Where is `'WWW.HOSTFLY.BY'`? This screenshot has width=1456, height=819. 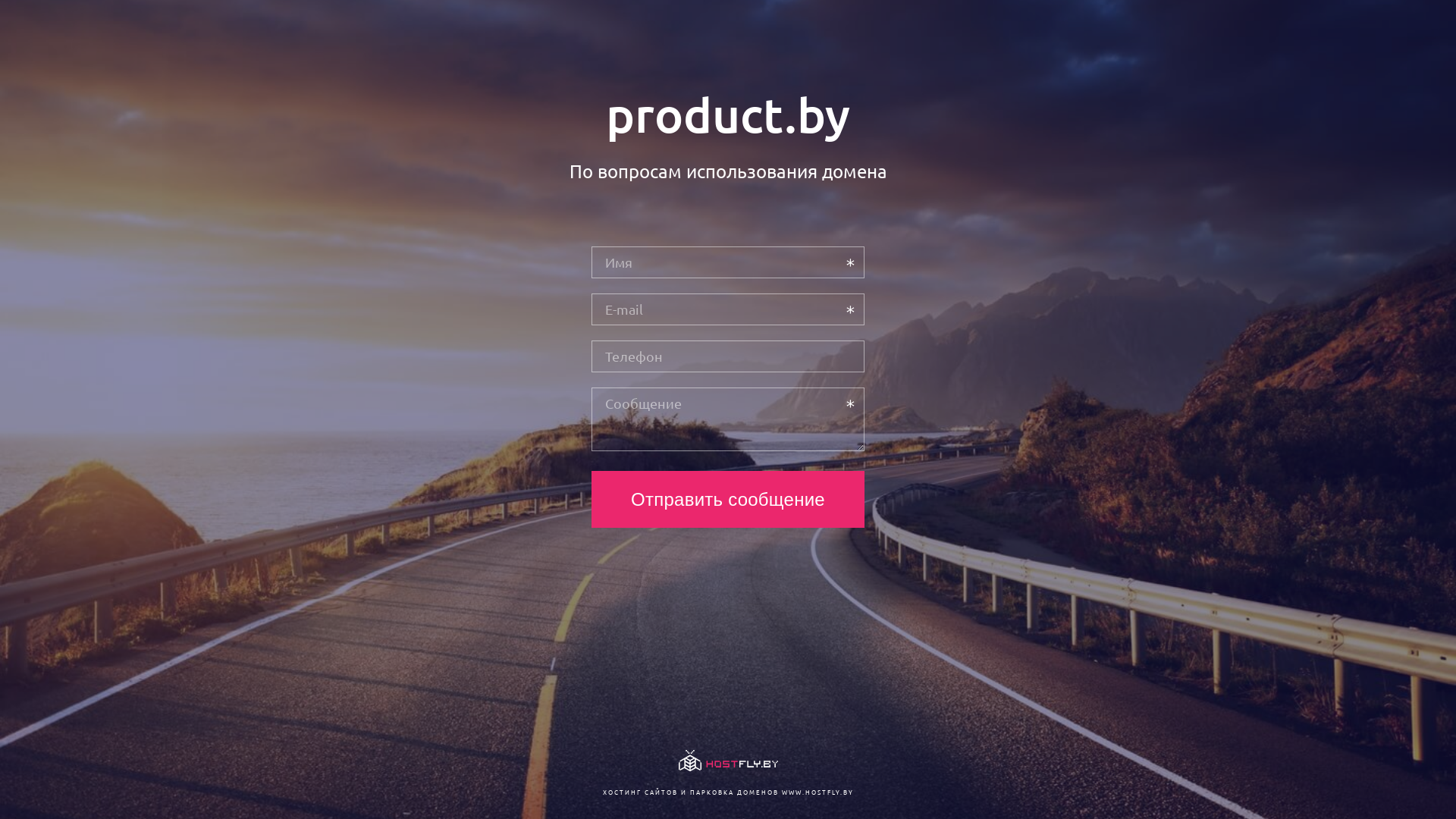
'WWW.HOSTFLY.BY' is located at coordinates (816, 791).